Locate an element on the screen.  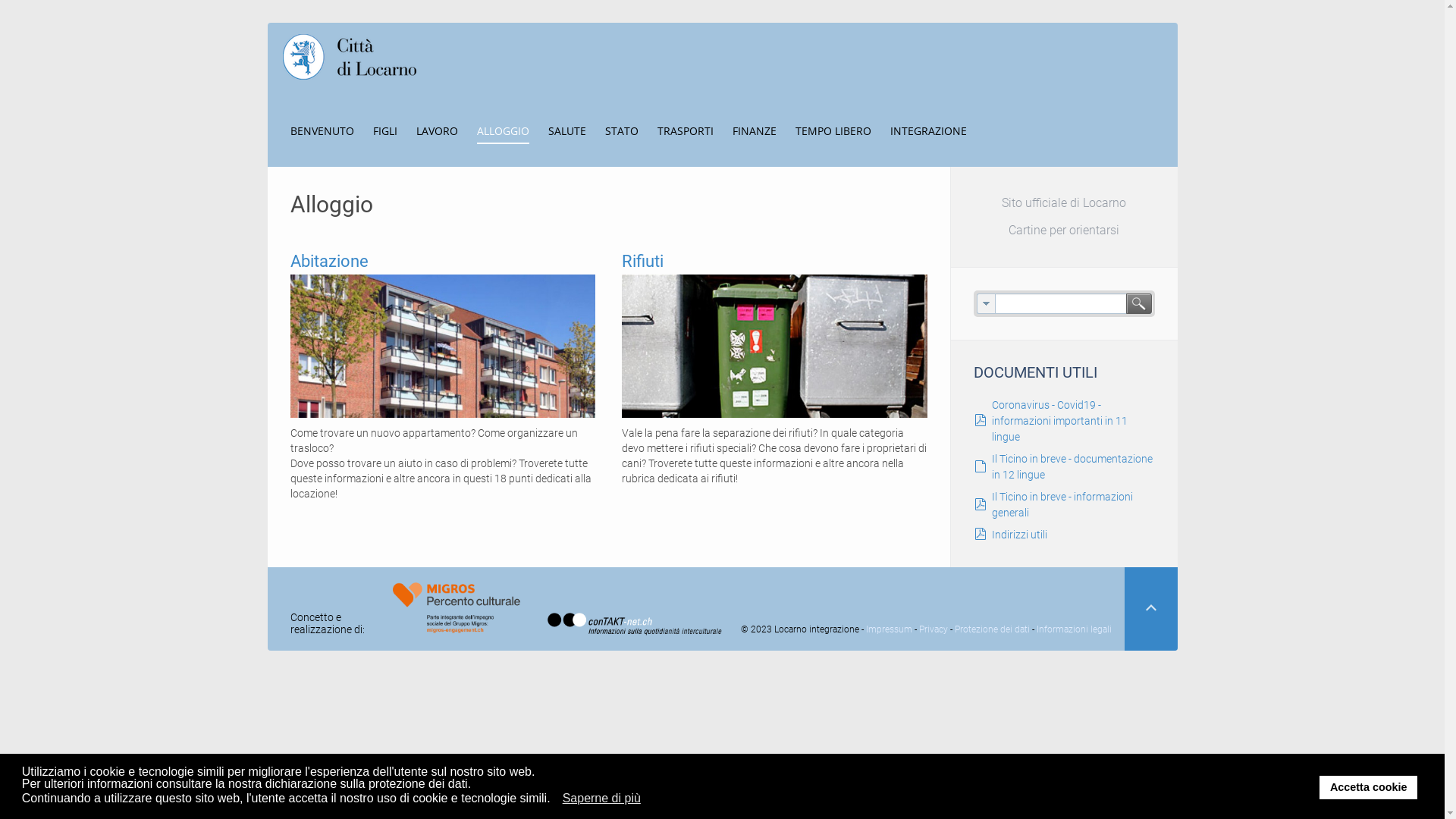
'Protezione dei dati' is located at coordinates (992, 629).